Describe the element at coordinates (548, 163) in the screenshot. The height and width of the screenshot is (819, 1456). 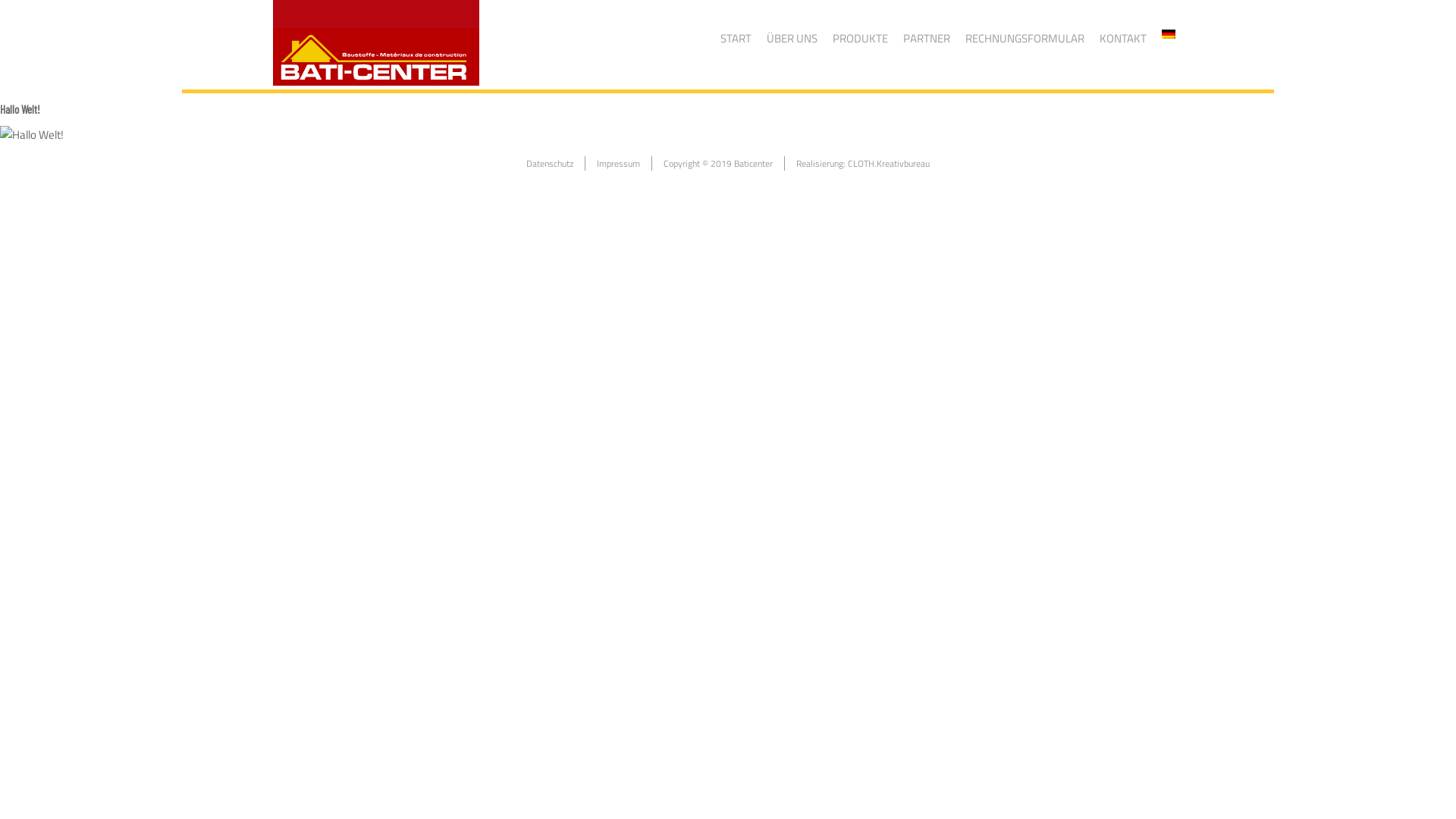
I see `'Datenschutz'` at that location.